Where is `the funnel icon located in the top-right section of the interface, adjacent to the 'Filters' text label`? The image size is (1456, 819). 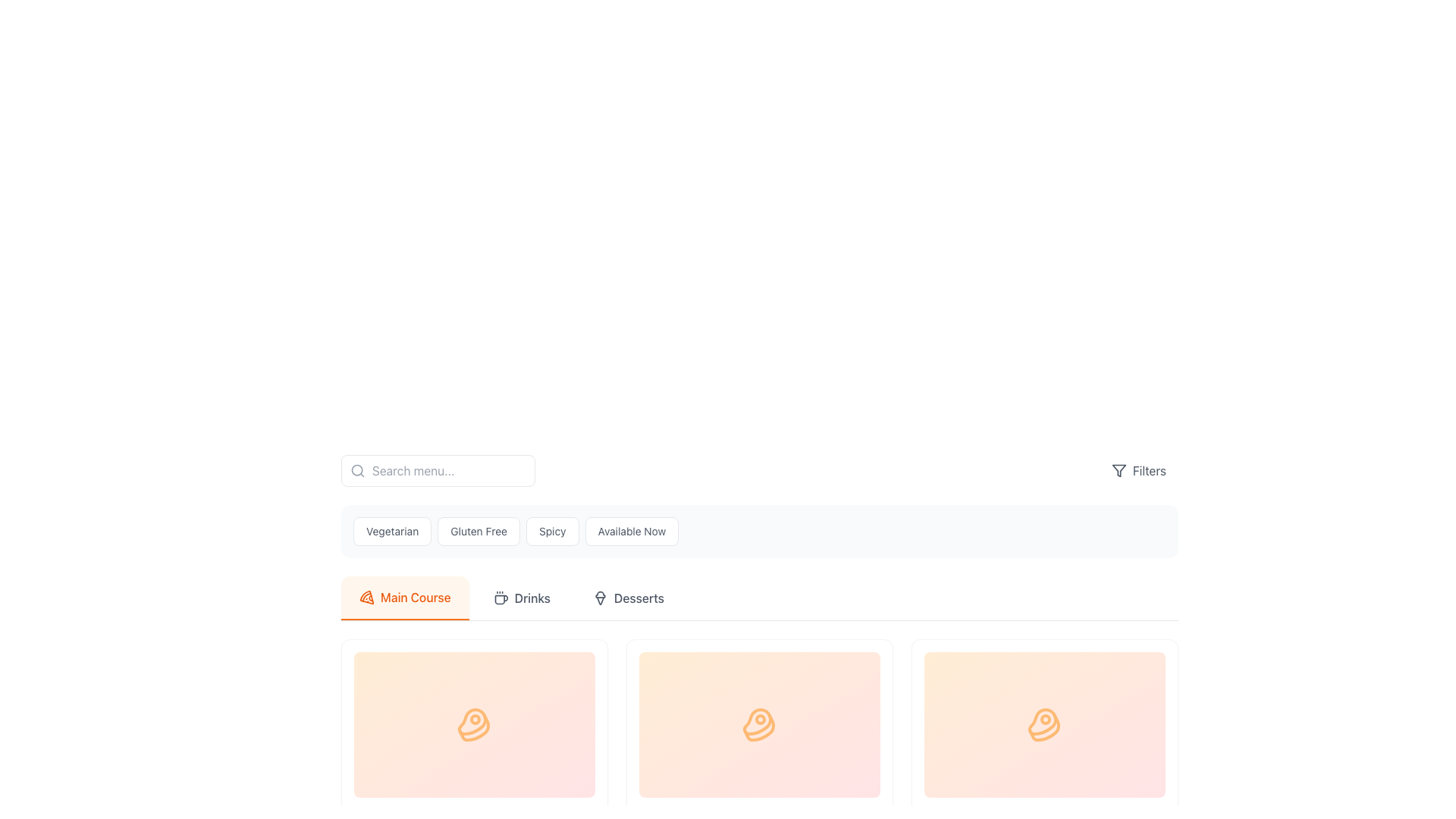 the funnel icon located in the top-right section of the interface, adjacent to the 'Filters' text label is located at coordinates (1119, 470).